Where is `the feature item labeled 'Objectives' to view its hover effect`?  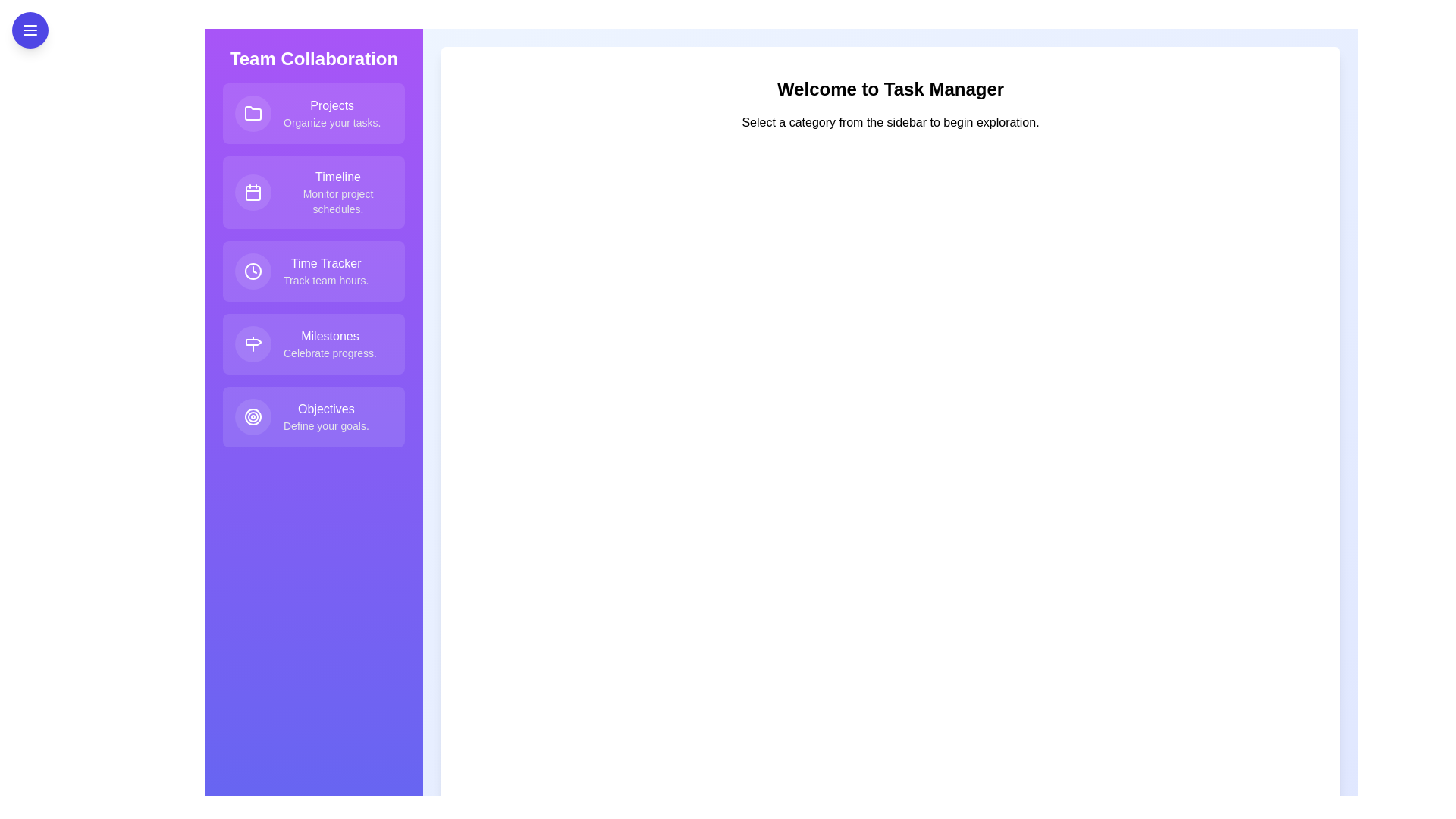 the feature item labeled 'Objectives' to view its hover effect is located at coordinates (312, 417).